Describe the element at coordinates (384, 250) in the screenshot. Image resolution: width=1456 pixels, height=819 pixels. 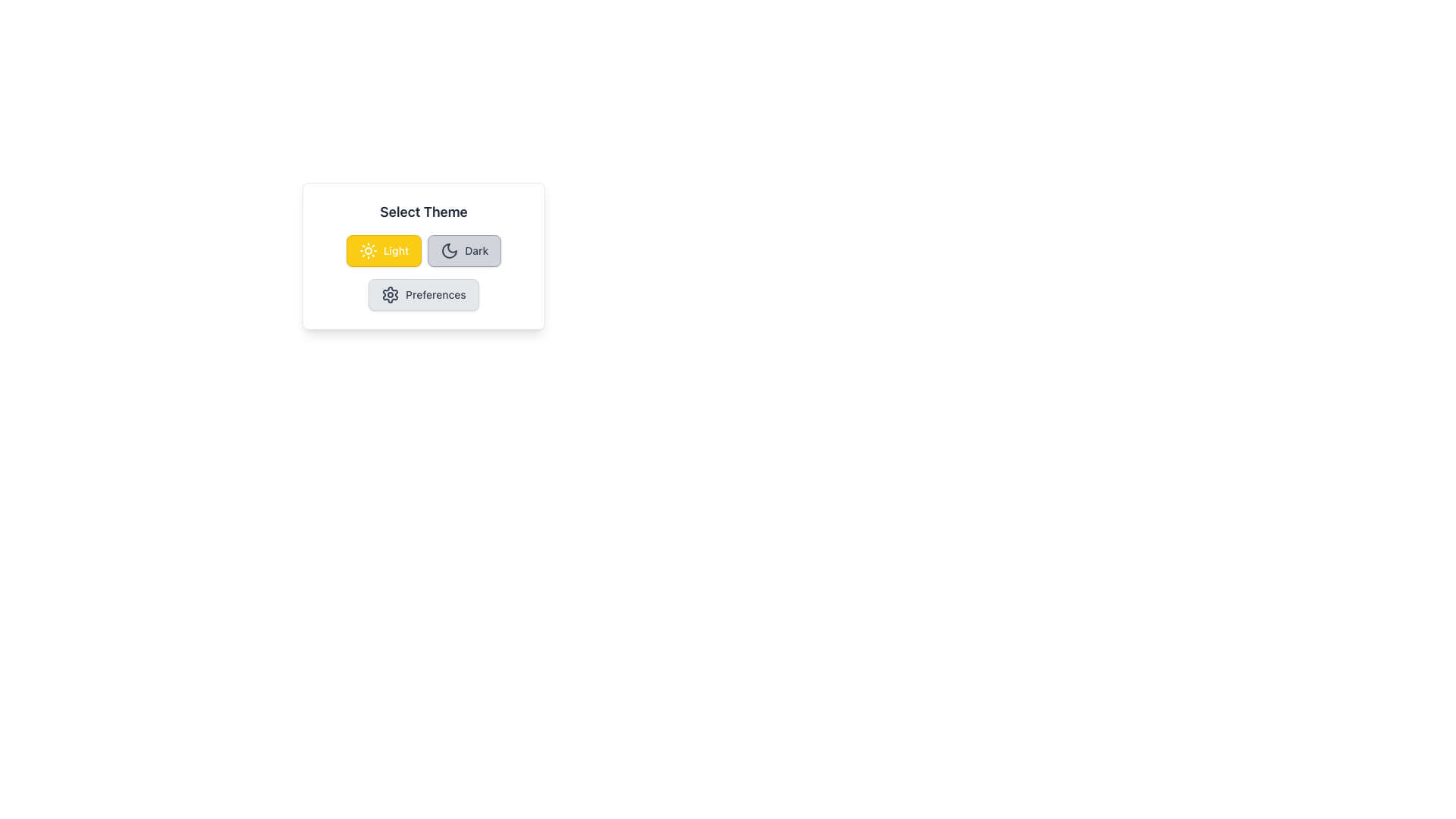
I see `the first button labeled 'Light' with a vibrant yellow background and sun icon` at that location.